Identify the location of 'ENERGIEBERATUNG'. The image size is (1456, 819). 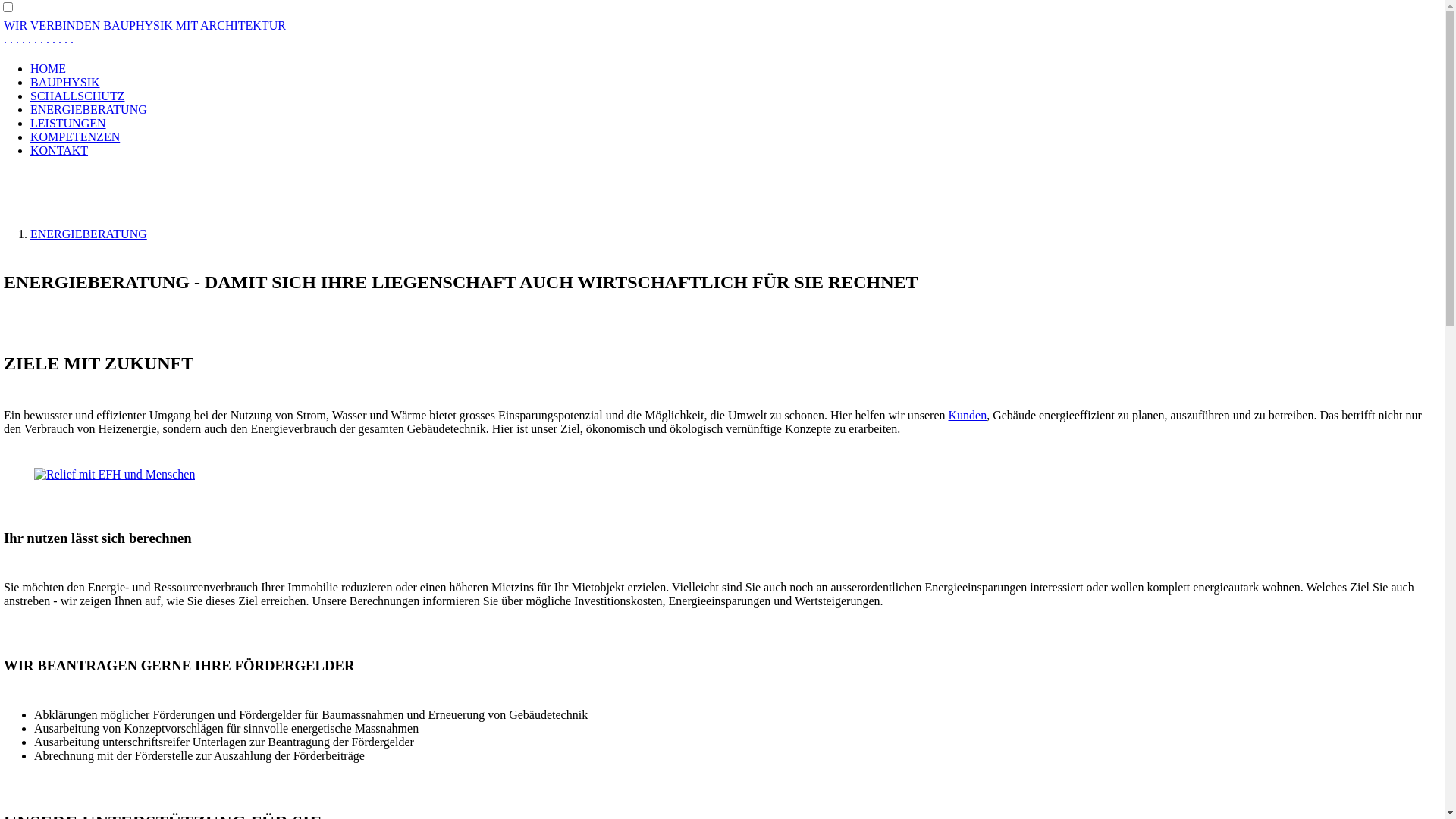
(87, 234).